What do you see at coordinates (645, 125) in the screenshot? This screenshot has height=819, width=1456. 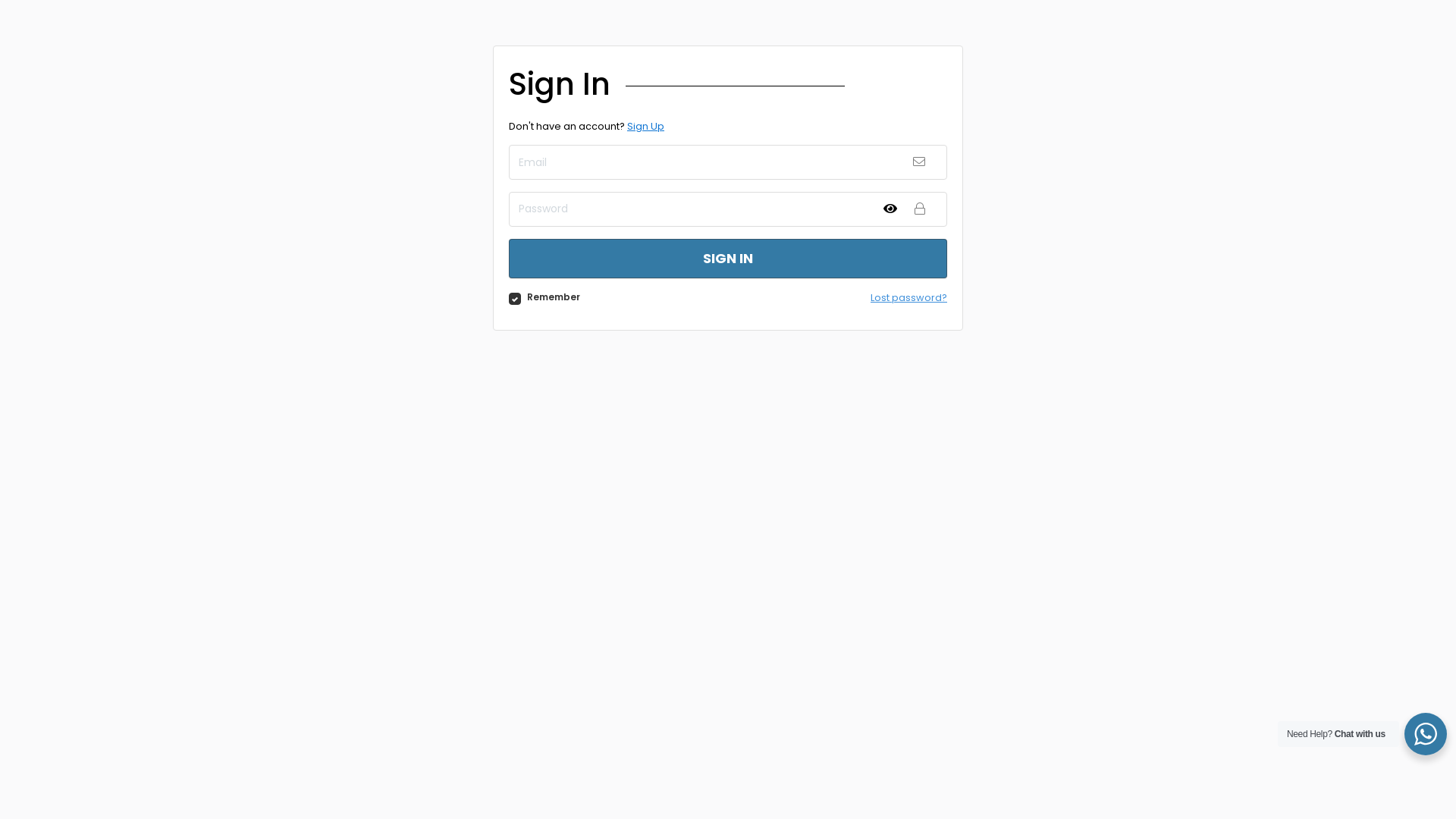 I see `'Sign Up'` at bounding box center [645, 125].